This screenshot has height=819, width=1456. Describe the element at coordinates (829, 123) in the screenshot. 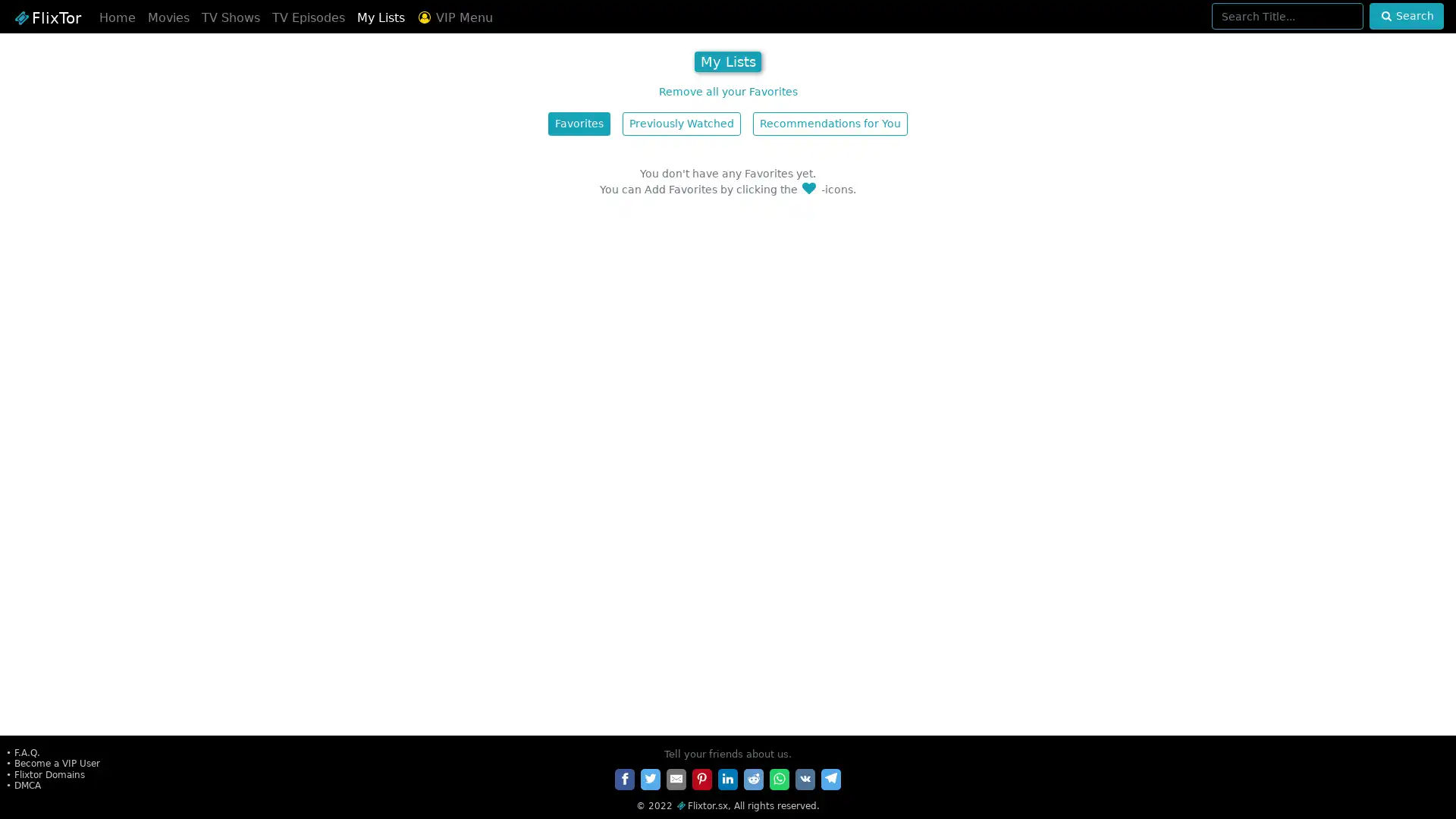

I see `Recommendations for You` at that location.